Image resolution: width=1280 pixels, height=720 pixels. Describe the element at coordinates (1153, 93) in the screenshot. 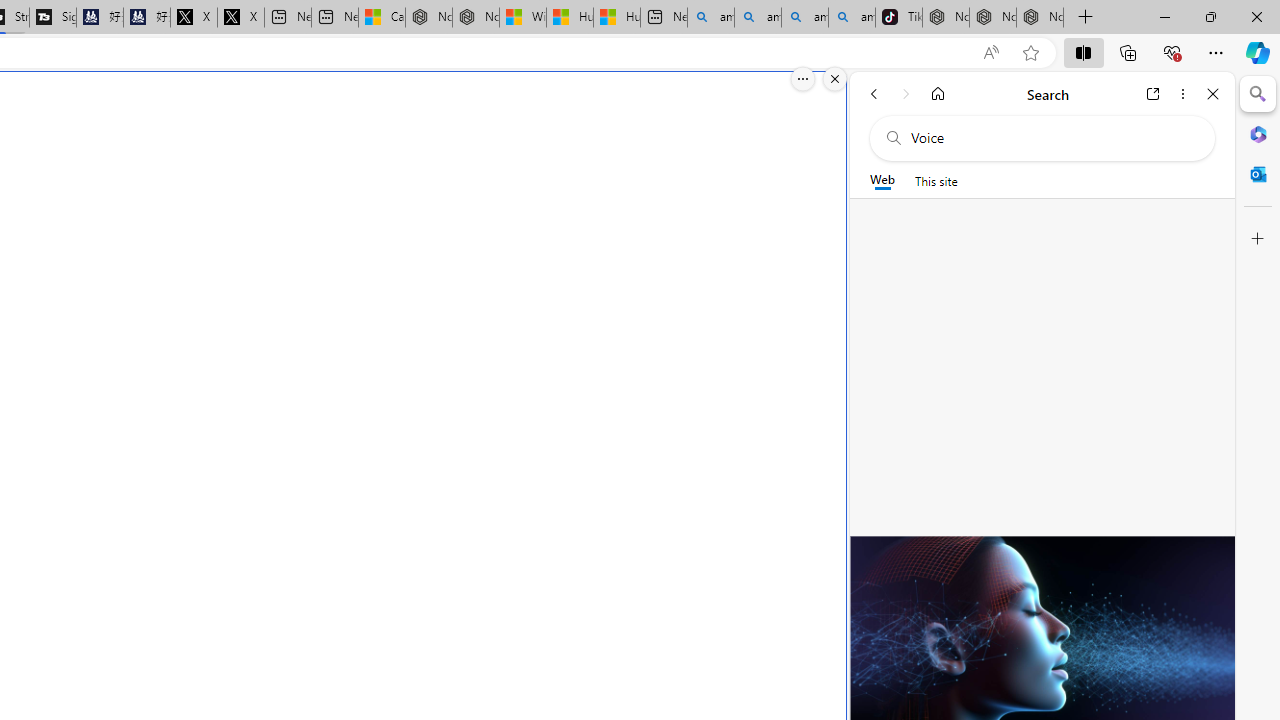

I see `'Open link in new tab'` at that location.